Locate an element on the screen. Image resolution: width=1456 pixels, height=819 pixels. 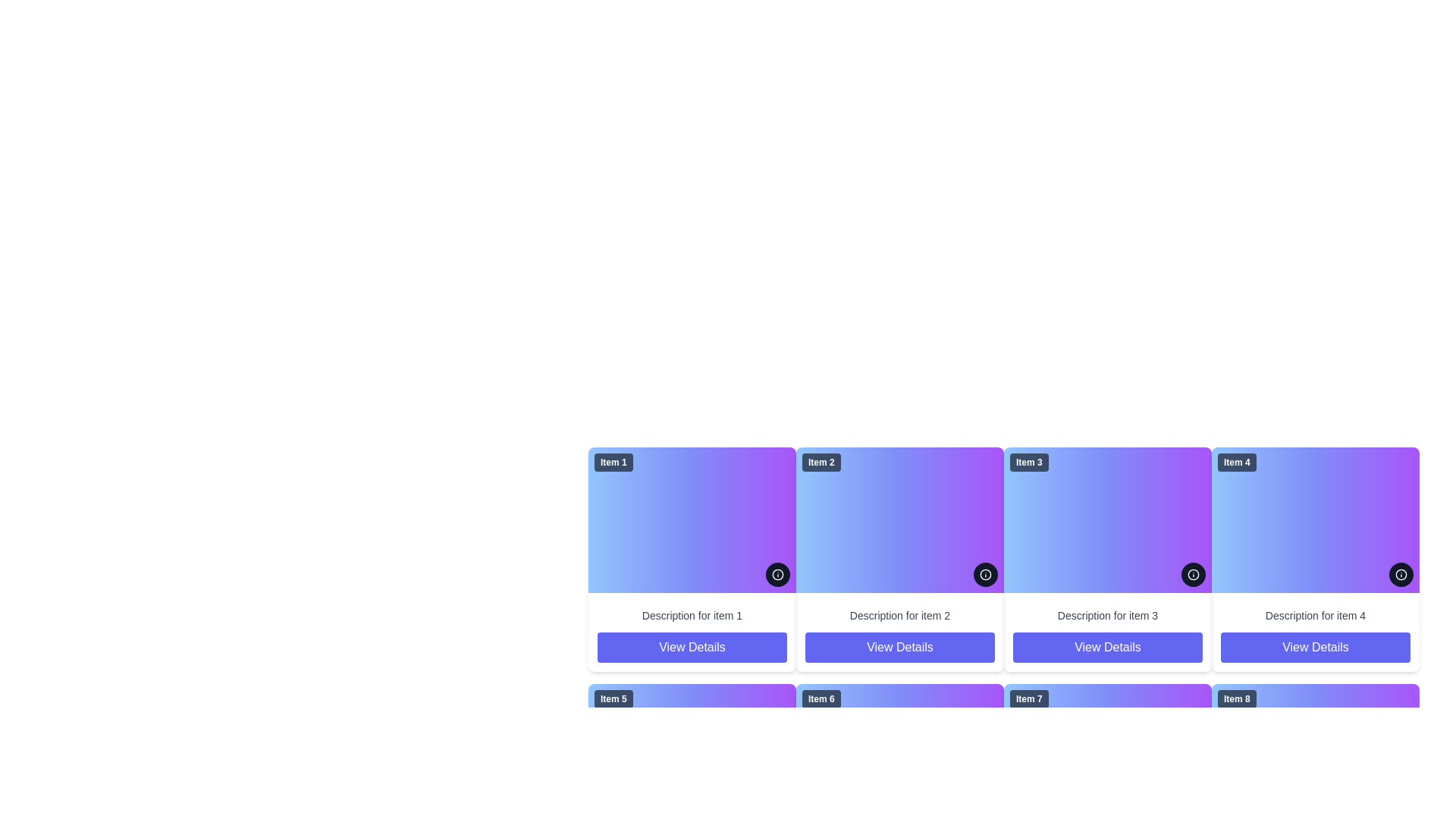
the 'View Details' button, which is a rectangular button with a blue background and white text, located in the first card of the top row beneath the text 'Description for item 1' is located at coordinates (691, 647).